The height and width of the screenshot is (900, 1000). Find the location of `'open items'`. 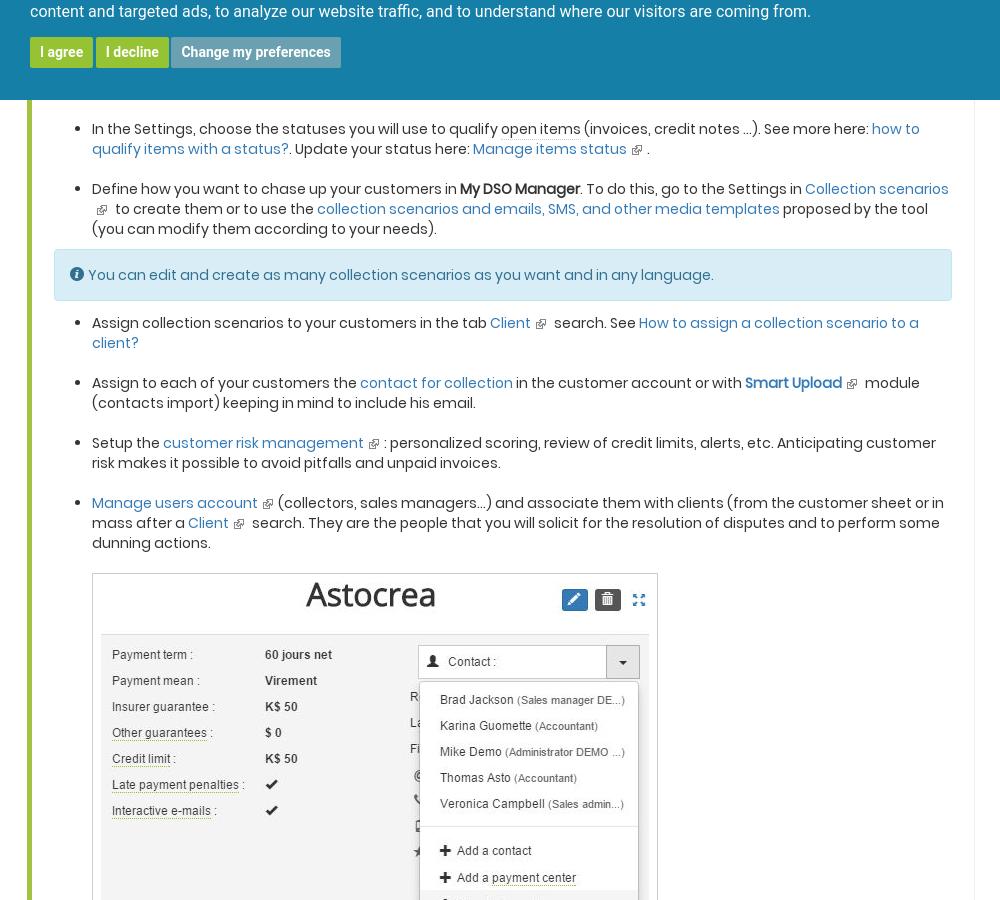

'open items' is located at coordinates (541, 128).